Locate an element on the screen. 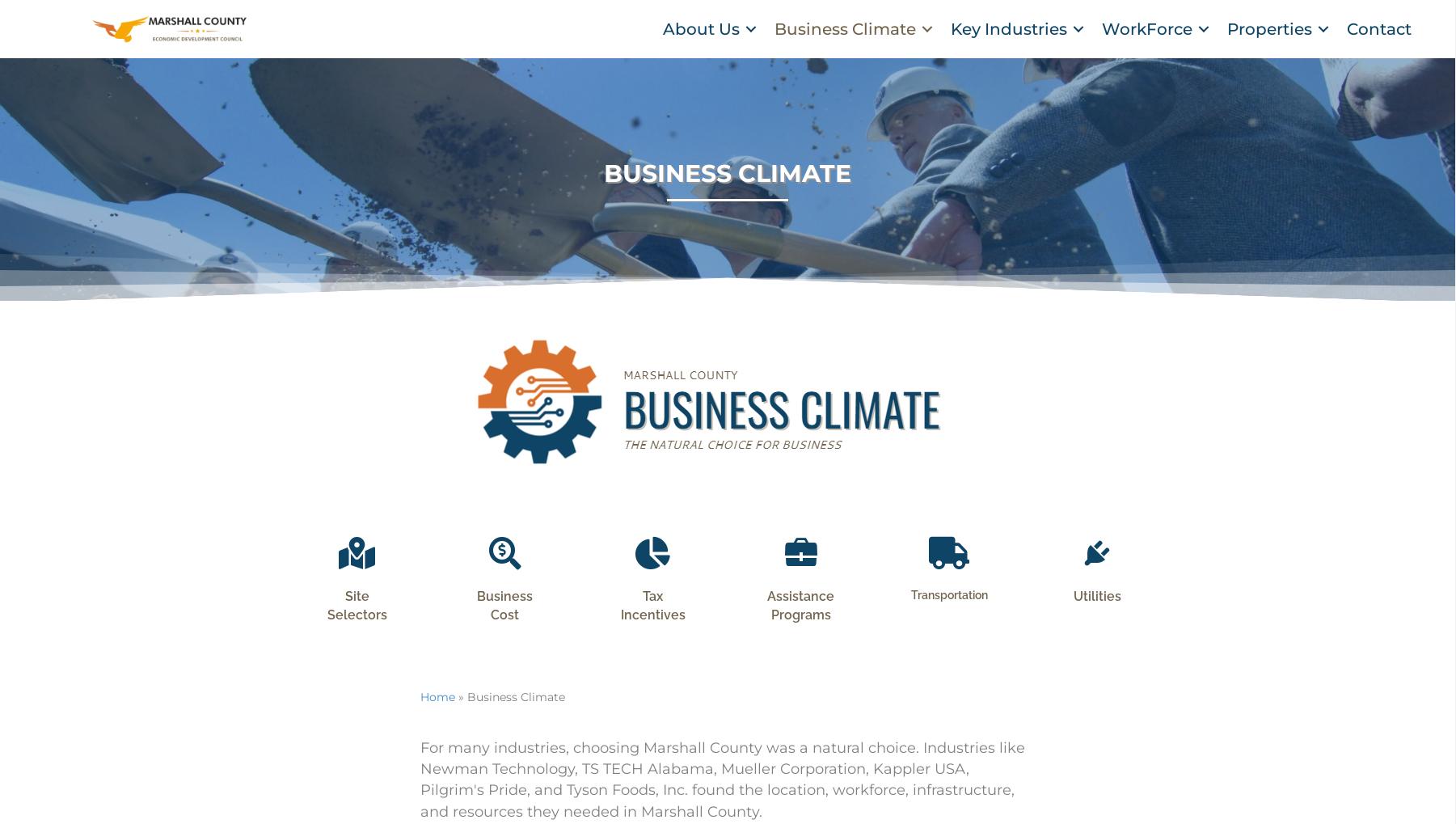 Image resolution: width=1456 pixels, height=824 pixels. 'WorkForce' is located at coordinates (1146, 40).